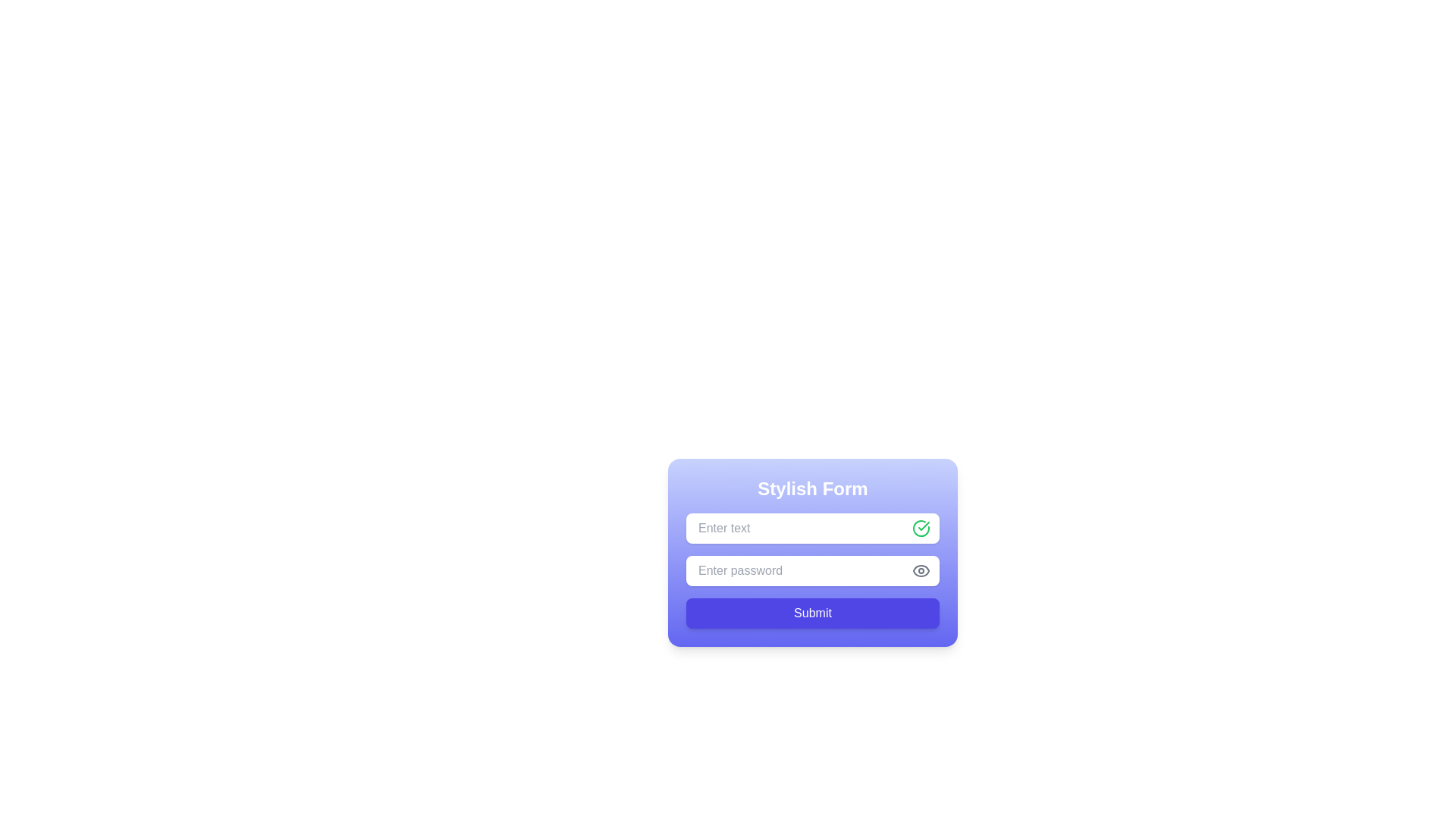  What do you see at coordinates (811, 613) in the screenshot?
I see `the 'Submit' button with a vibrant indigo background and rounded corners to observe its hover effect` at bounding box center [811, 613].